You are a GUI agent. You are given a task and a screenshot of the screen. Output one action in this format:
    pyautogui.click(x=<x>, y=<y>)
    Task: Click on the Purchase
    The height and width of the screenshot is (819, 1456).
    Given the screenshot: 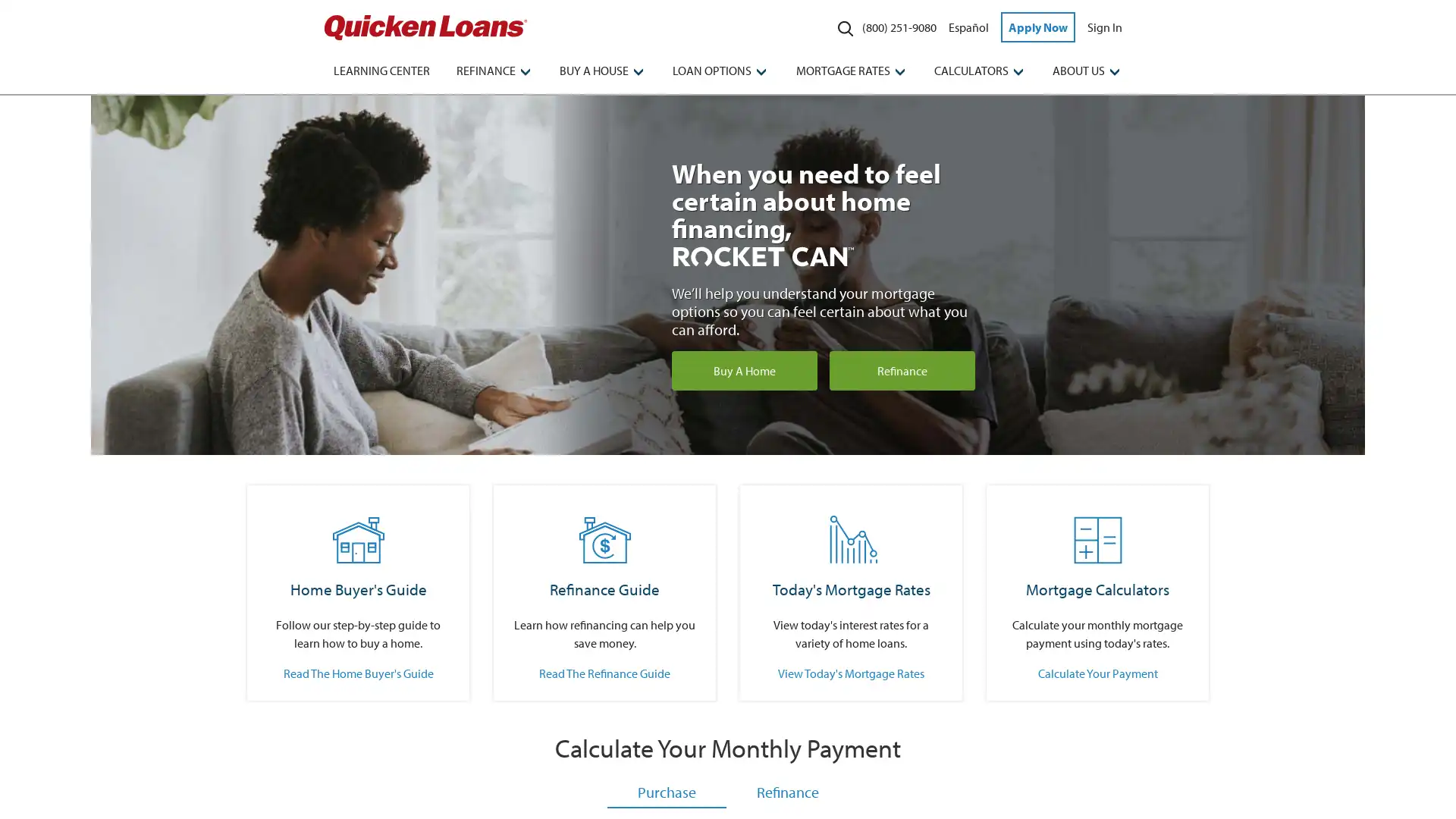 What is the action you would take?
    pyautogui.click(x=666, y=792)
    